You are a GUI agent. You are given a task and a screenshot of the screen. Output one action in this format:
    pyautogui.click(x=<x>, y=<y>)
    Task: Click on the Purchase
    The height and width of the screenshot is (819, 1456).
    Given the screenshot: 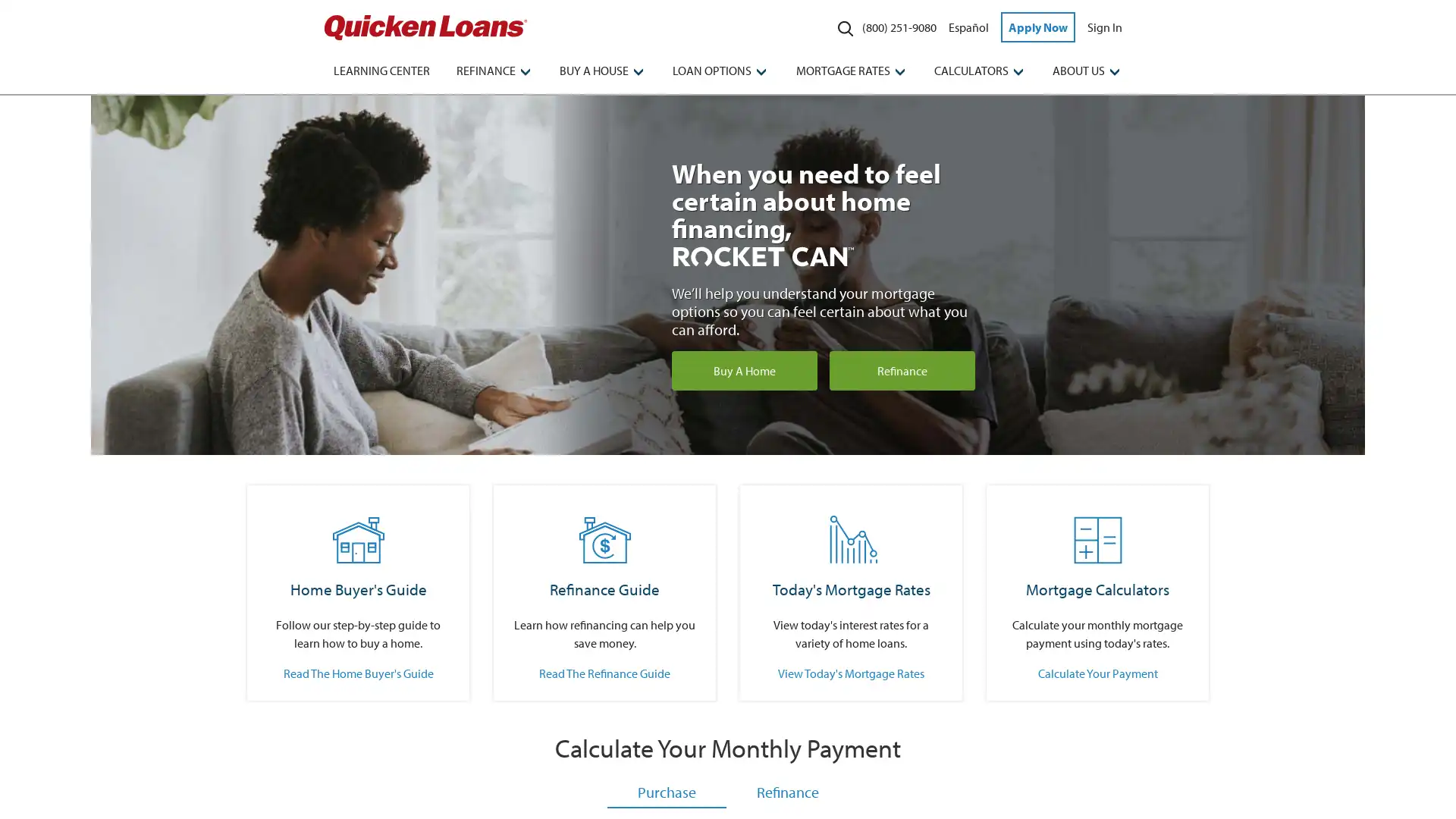 What is the action you would take?
    pyautogui.click(x=666, y=792)
    